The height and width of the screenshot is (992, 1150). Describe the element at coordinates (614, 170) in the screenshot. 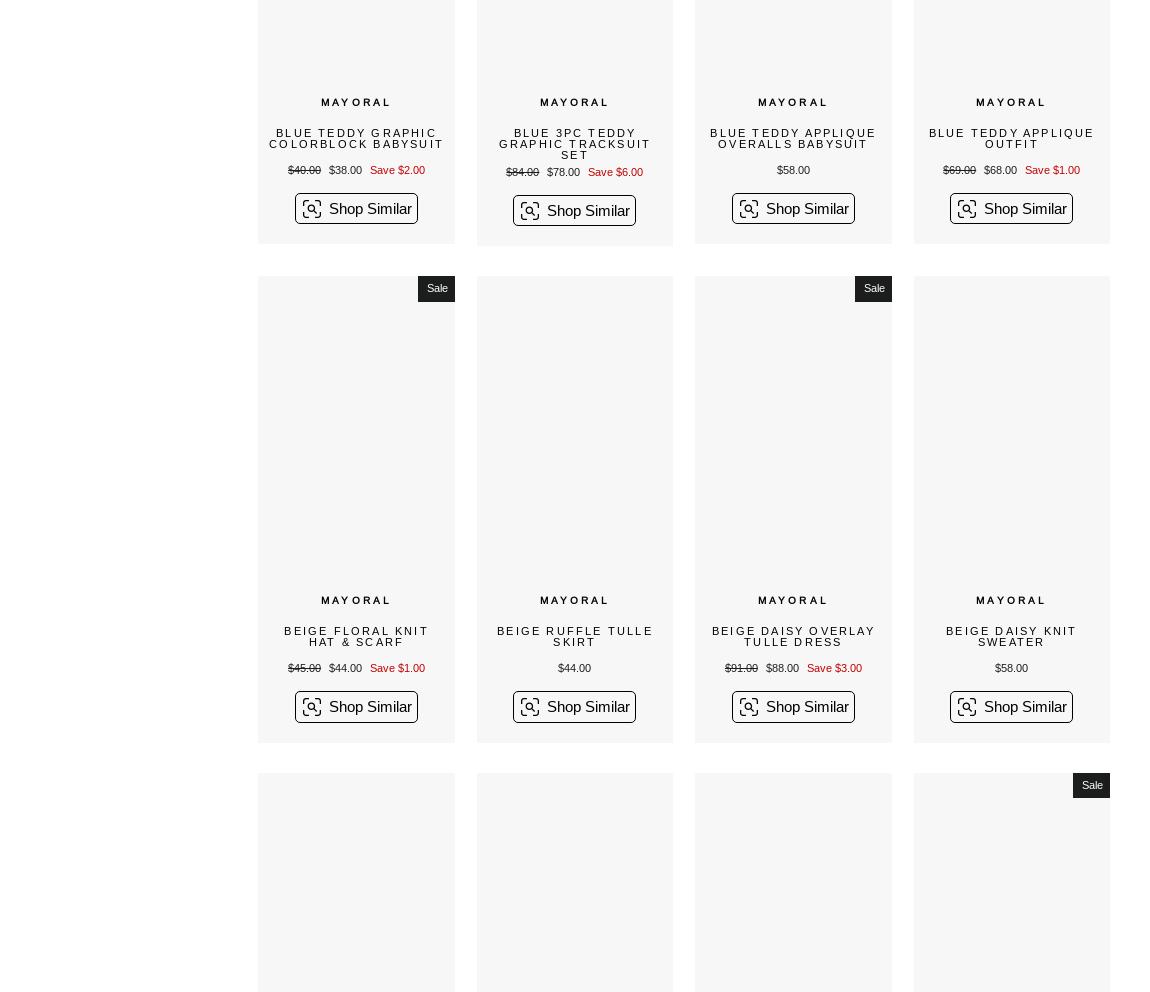

I see `'Save $6.00'` at that location.